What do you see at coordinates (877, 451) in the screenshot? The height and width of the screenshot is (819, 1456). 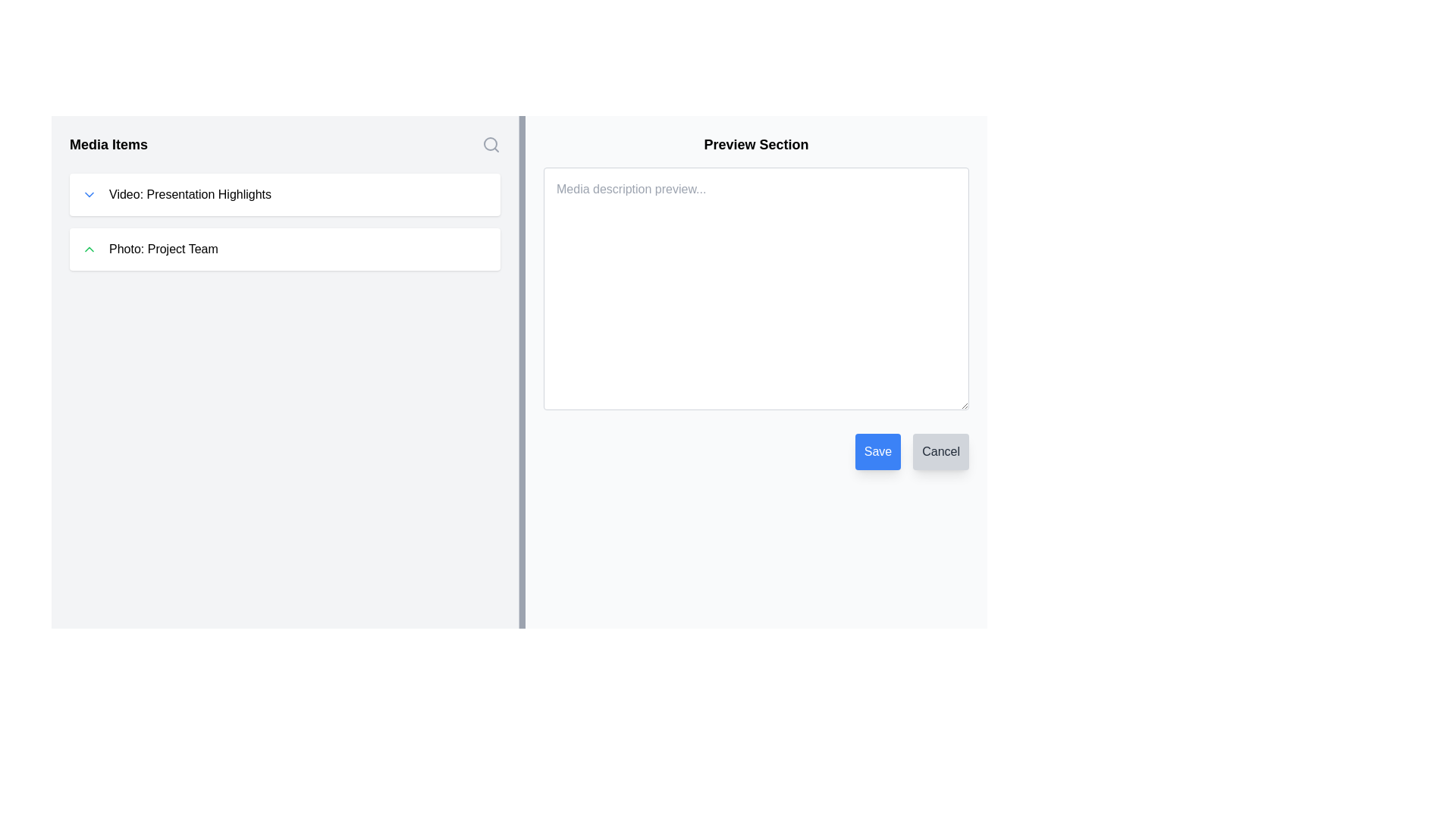 I see `the 'Save' button, which is a rectangular button with a blue background and white text, located in the bottom-right area of the 'Preview Section'` at bounding box center [877, 451].